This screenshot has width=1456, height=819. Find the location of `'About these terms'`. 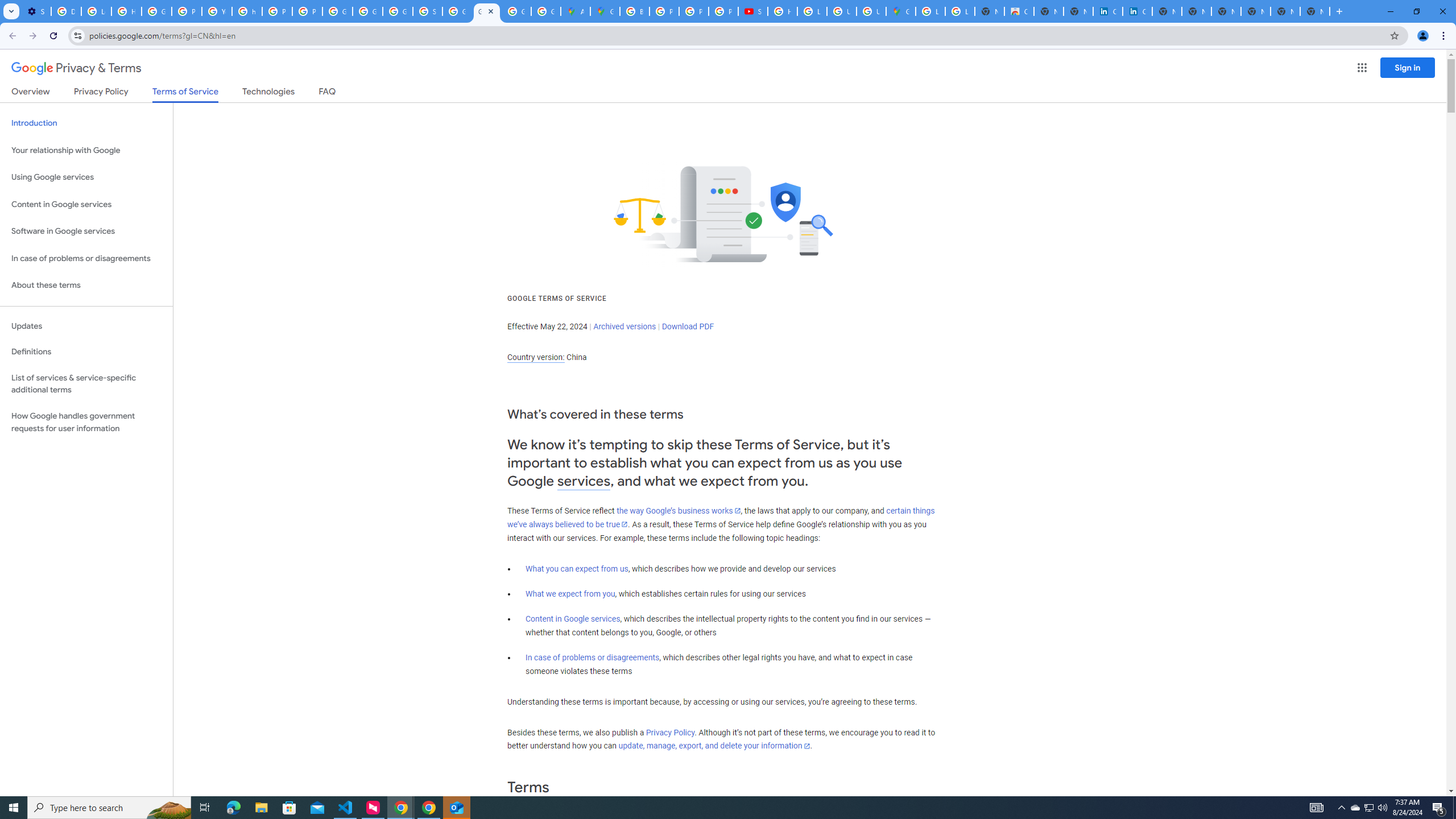

'About these terms' is located at coordinates (86, 285).